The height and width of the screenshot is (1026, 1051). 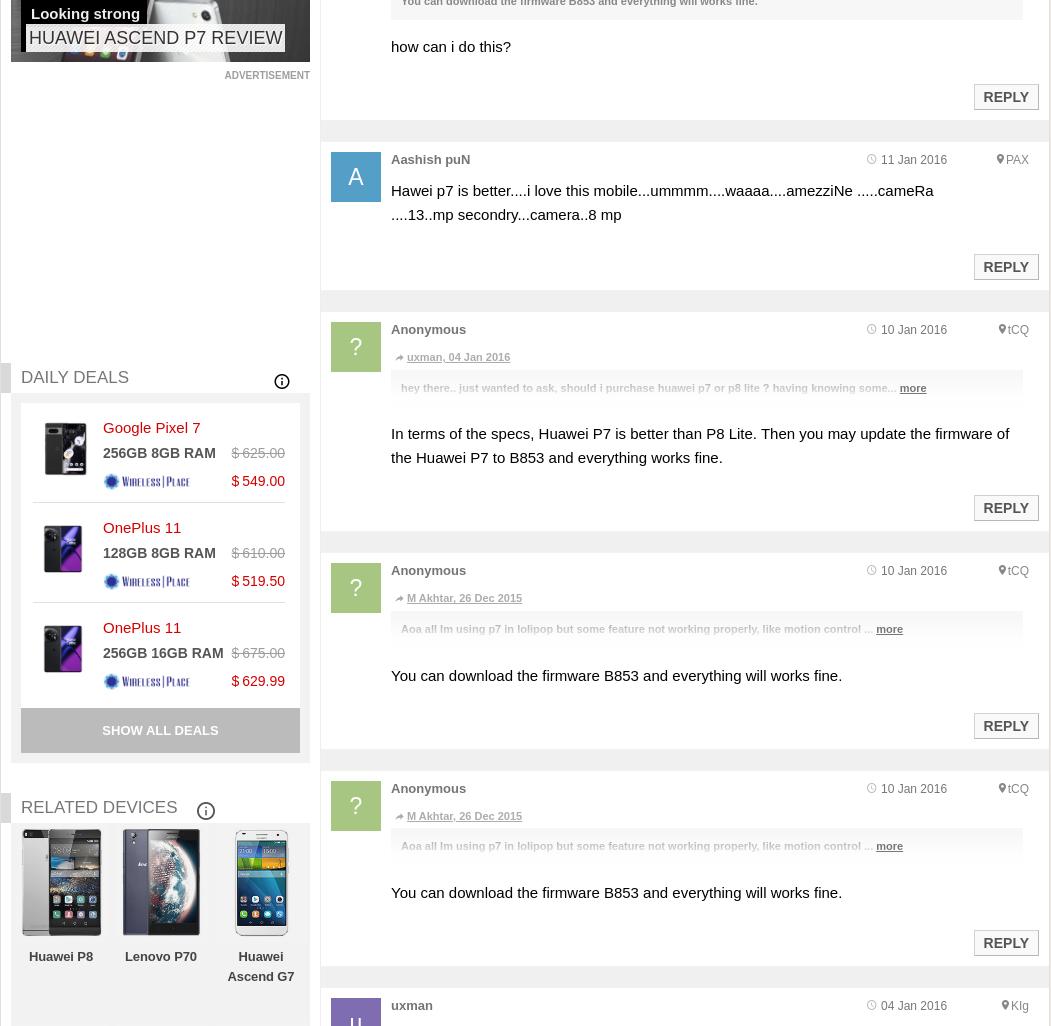 What do you see at coordinates (258, 451) in the screenshot?
I see `'$ 625.00'` at bounding box center [258, 451].